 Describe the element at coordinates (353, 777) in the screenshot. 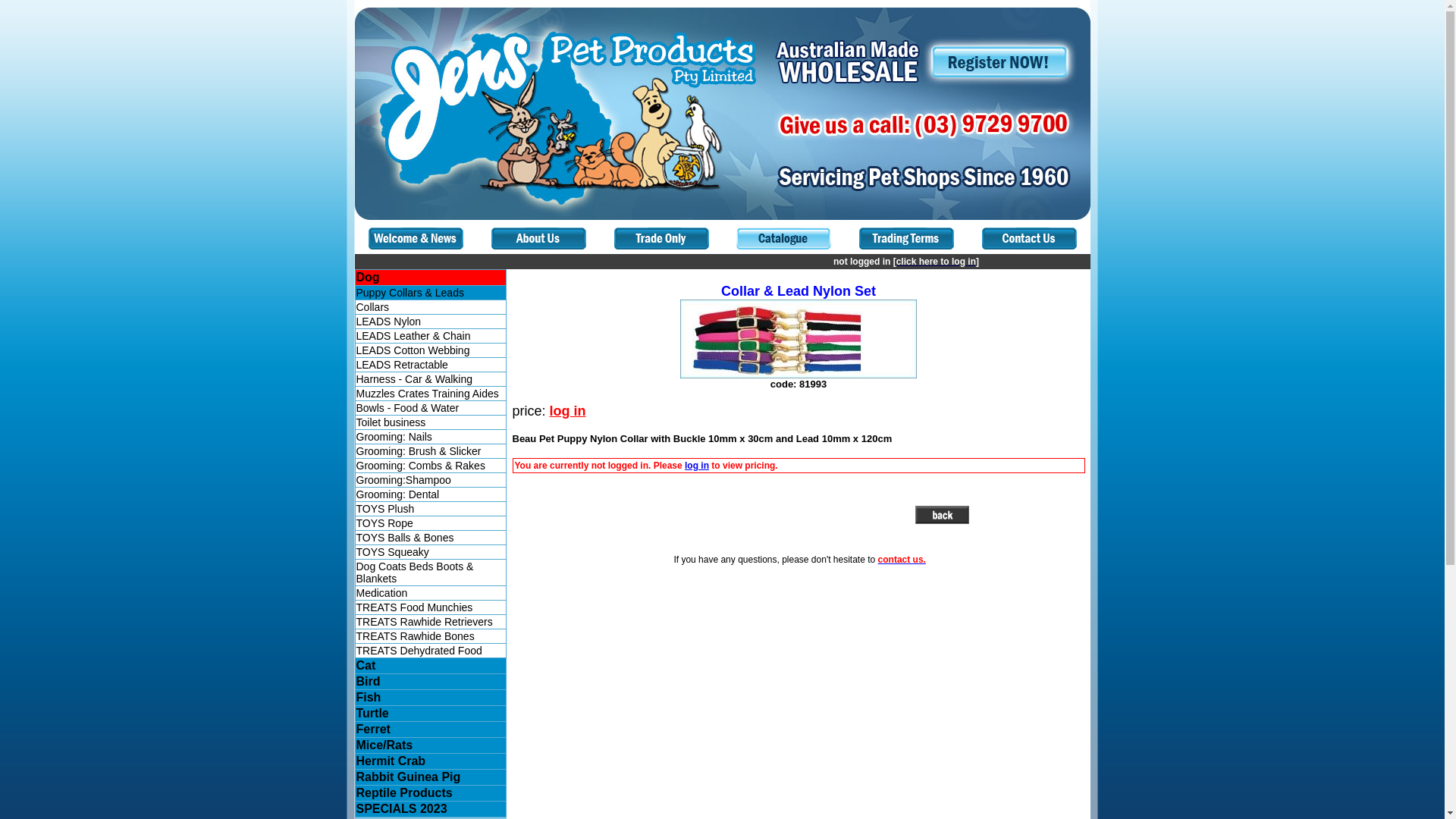

I see `'Rabbit Guinea Pig'` at that location.